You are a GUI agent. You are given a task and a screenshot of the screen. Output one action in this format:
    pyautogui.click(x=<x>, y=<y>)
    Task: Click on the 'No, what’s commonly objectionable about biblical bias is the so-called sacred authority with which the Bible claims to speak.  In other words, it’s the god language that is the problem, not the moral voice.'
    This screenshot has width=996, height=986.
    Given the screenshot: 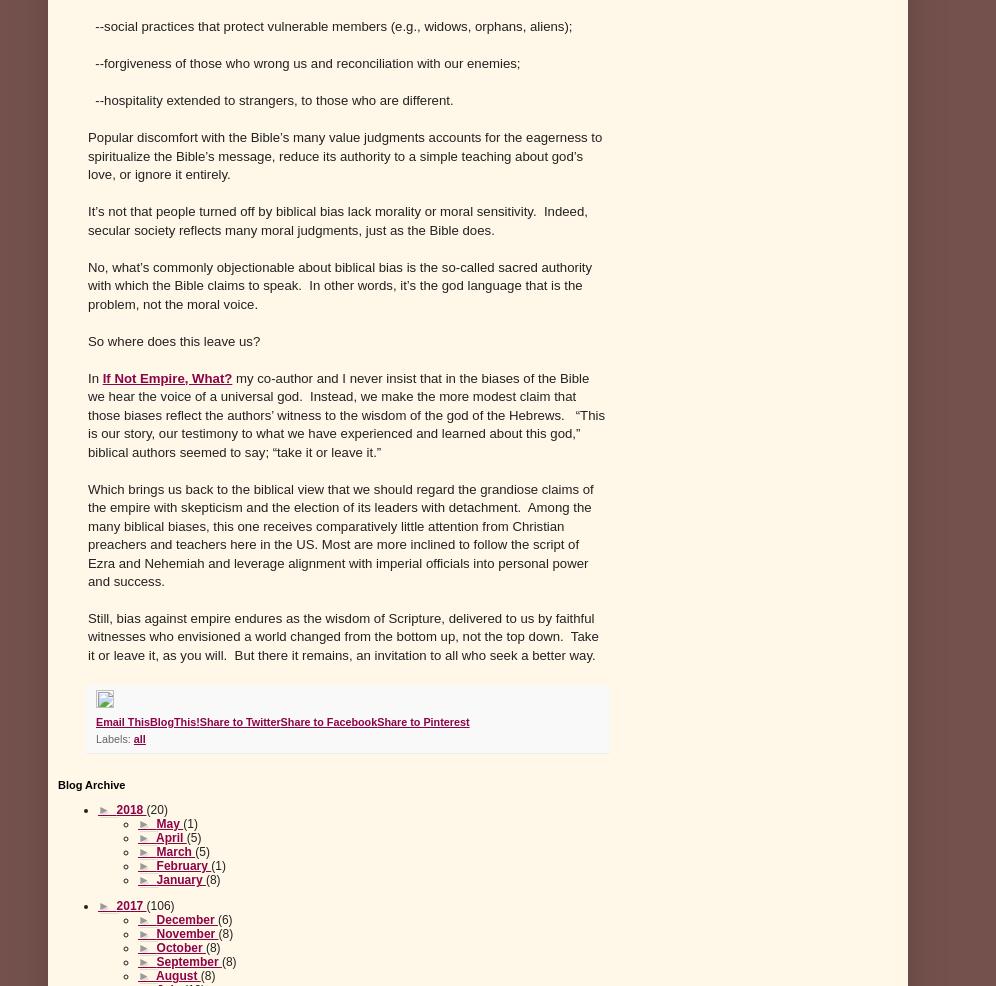 What is the action you would take?
    pyautogui.click(x=340, y=284)
    